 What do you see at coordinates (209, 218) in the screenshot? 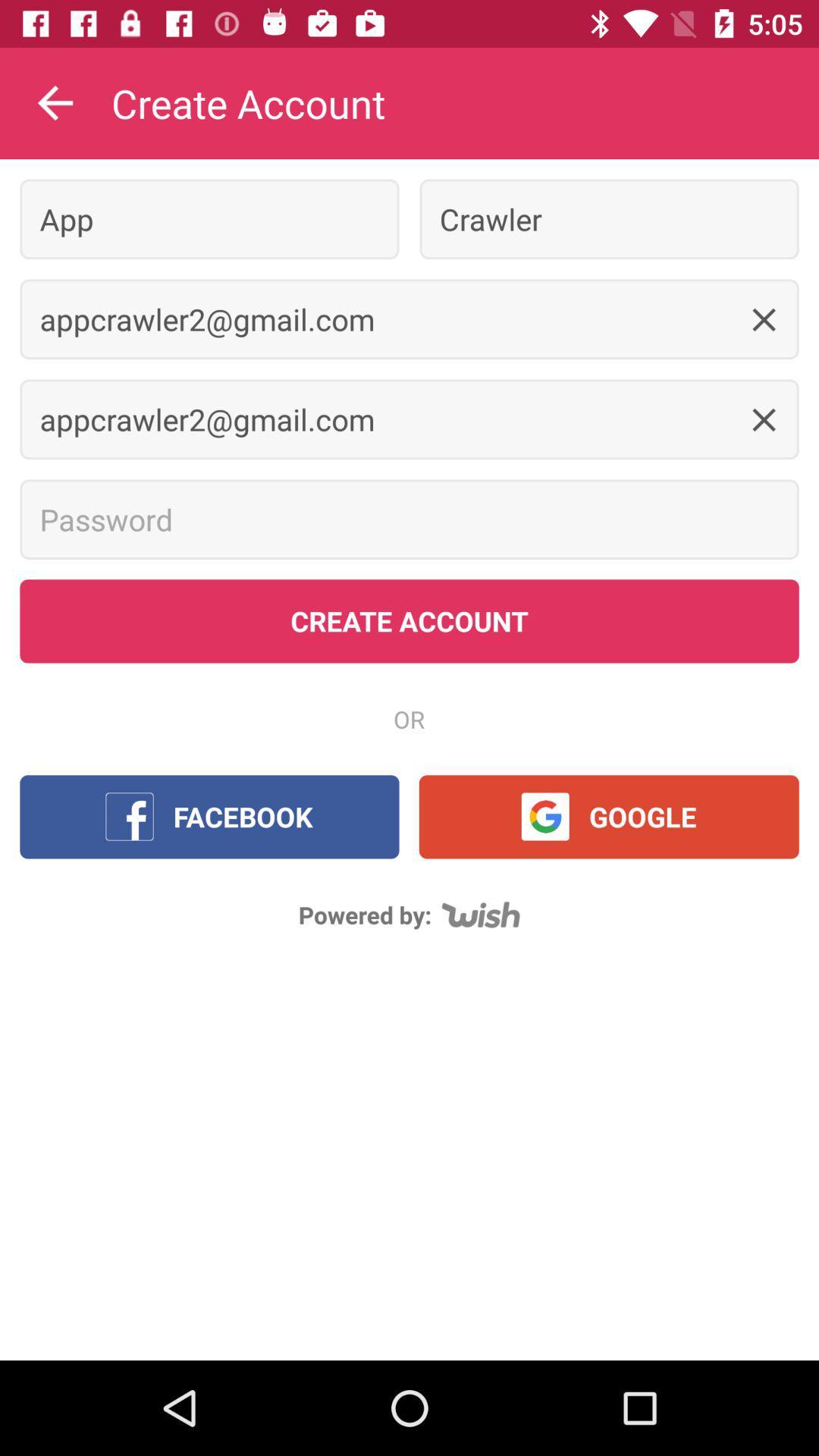
I see `icon next to crawler icon` at bounding box center [209, 218].